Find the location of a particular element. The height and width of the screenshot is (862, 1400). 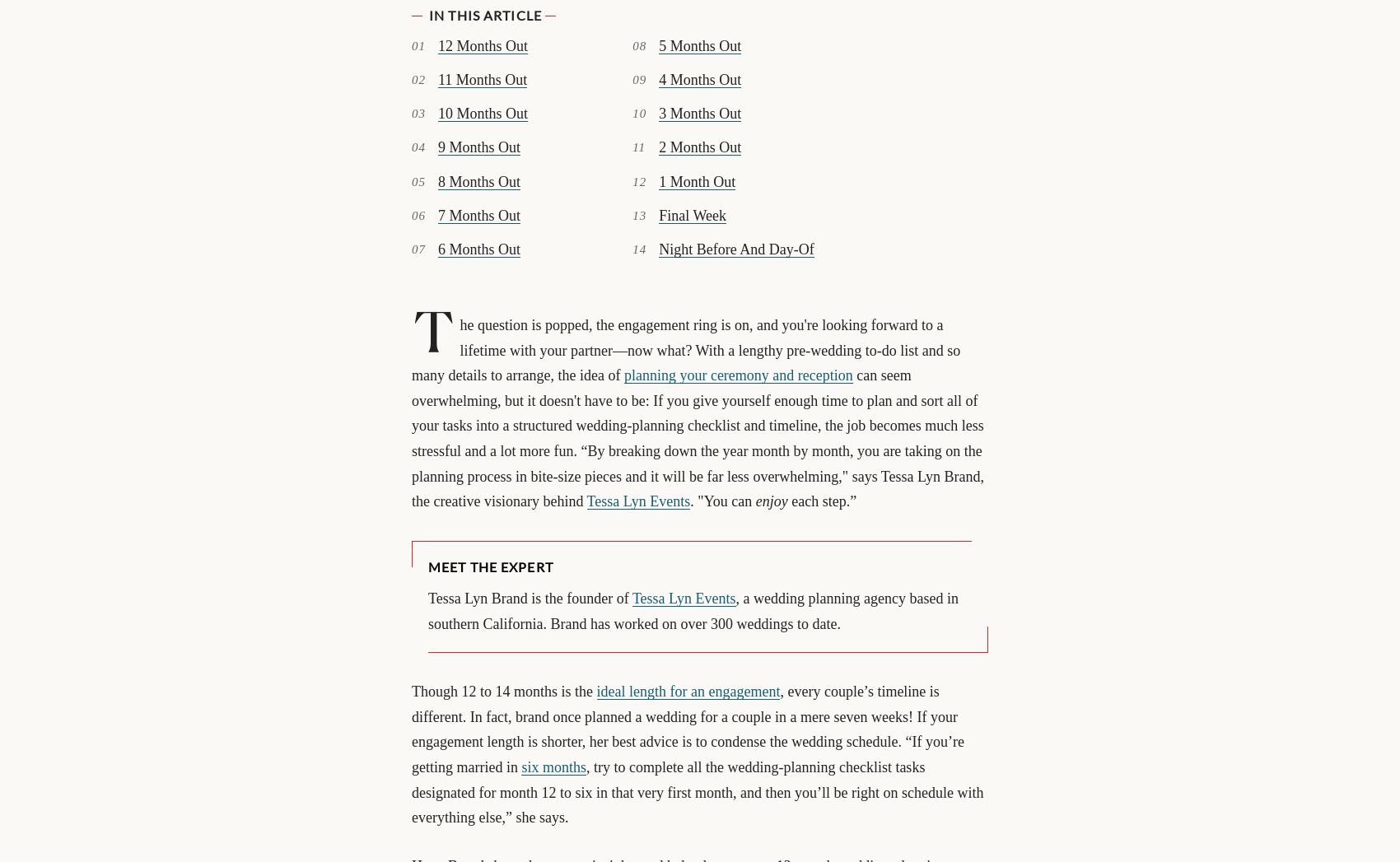

'4 Months Out' is located at coordinates (700, 78).